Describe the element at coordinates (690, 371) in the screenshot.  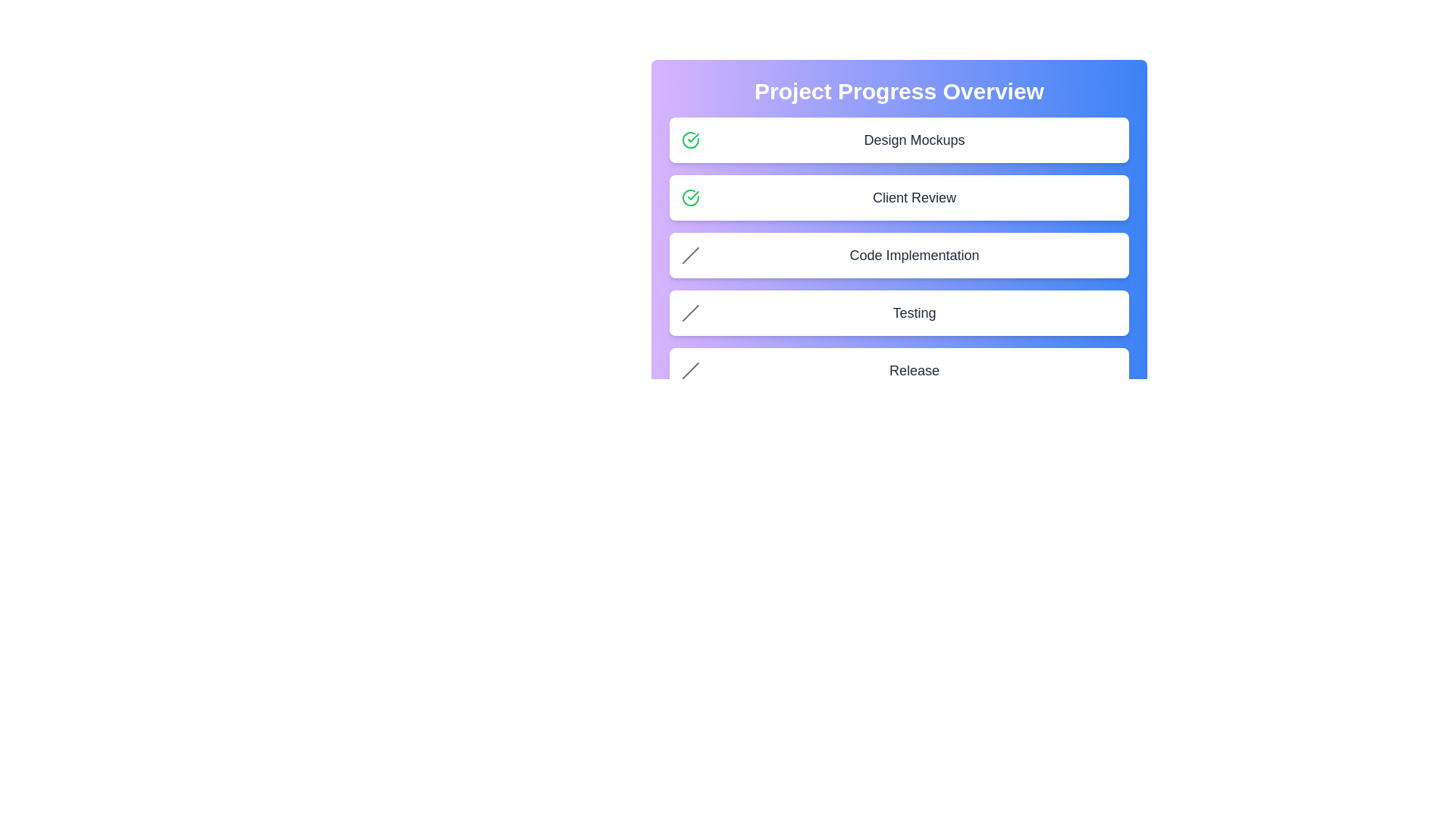
I see `the grayish diagonal slash icon located within a square frame, positioned next to the label 'Release'` at that location.